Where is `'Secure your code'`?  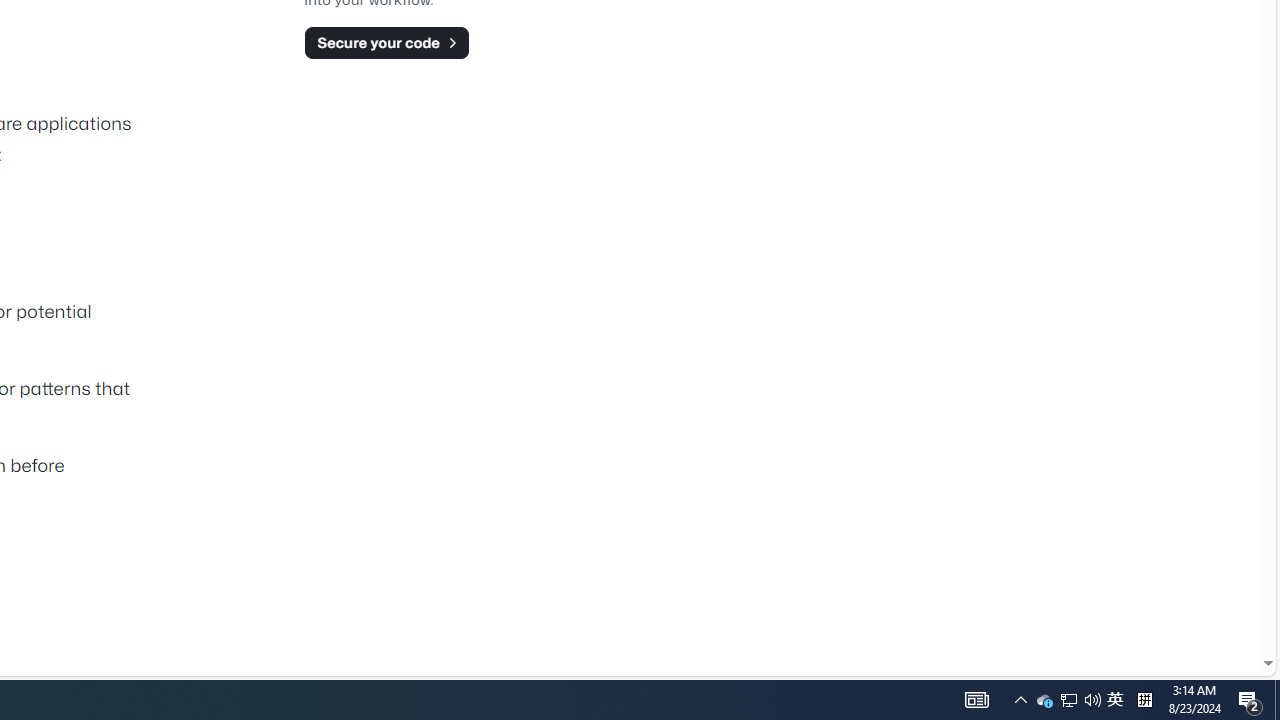
'Secure your code' is located at coordinates (386, 42).